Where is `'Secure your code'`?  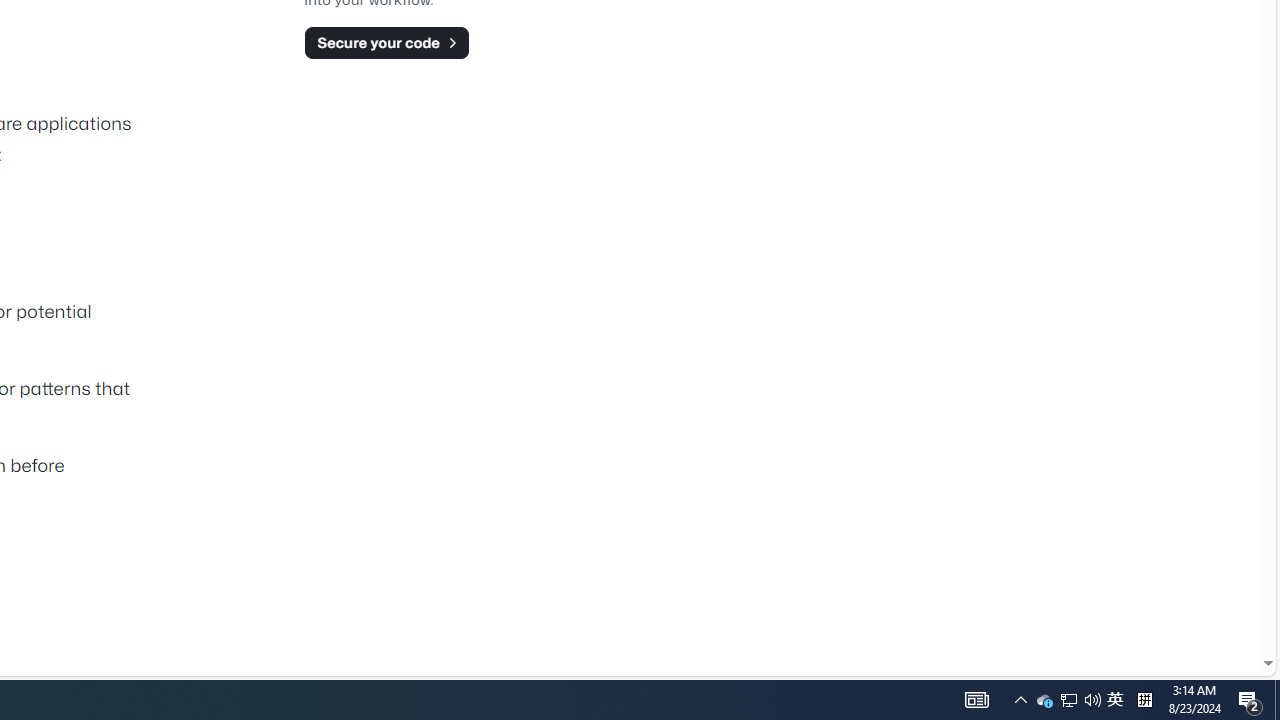
'Secure your code' is located at coordinates (386, 42).